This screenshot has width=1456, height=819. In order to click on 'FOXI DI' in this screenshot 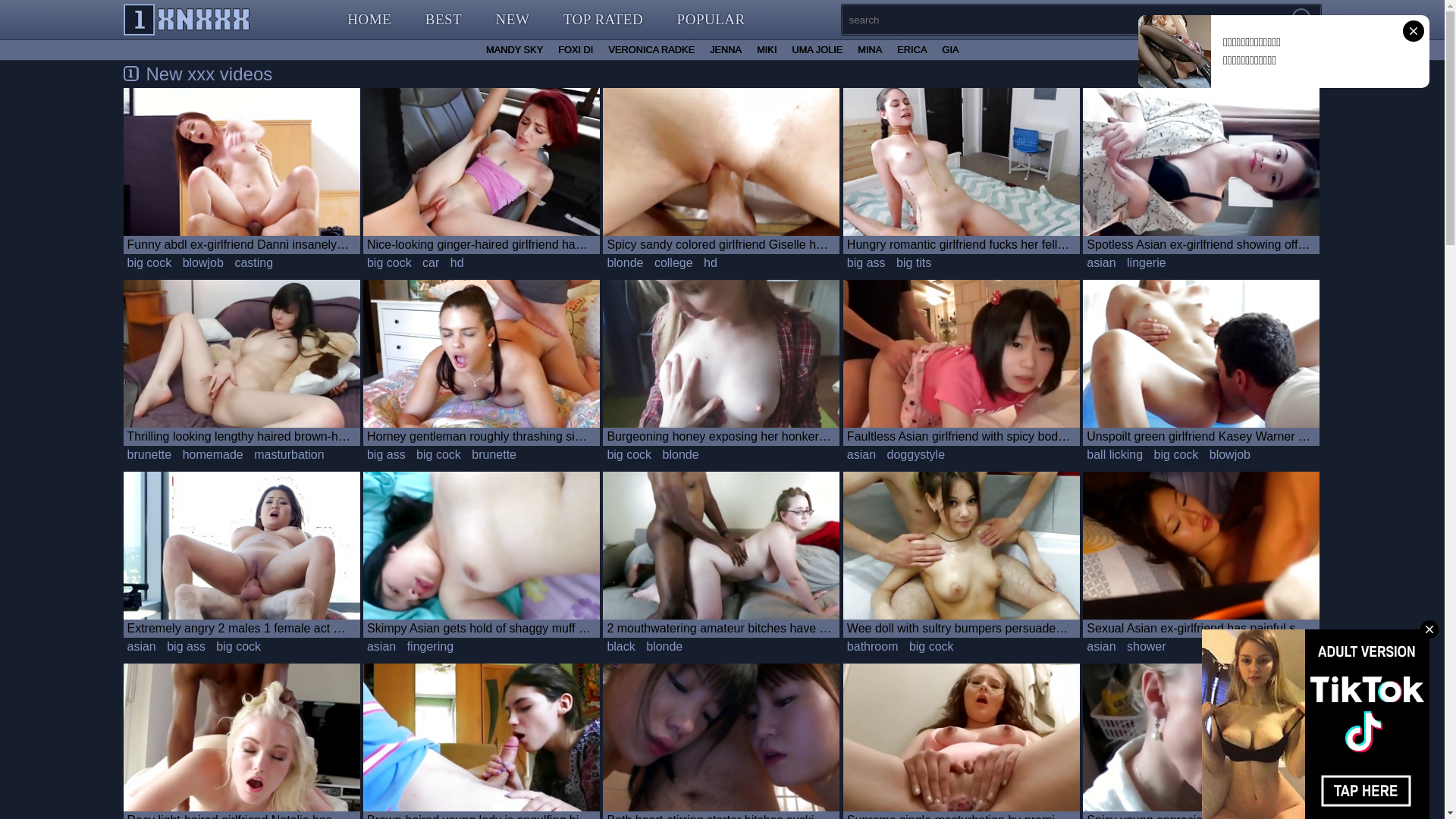, I will do `click(574, 49)`.